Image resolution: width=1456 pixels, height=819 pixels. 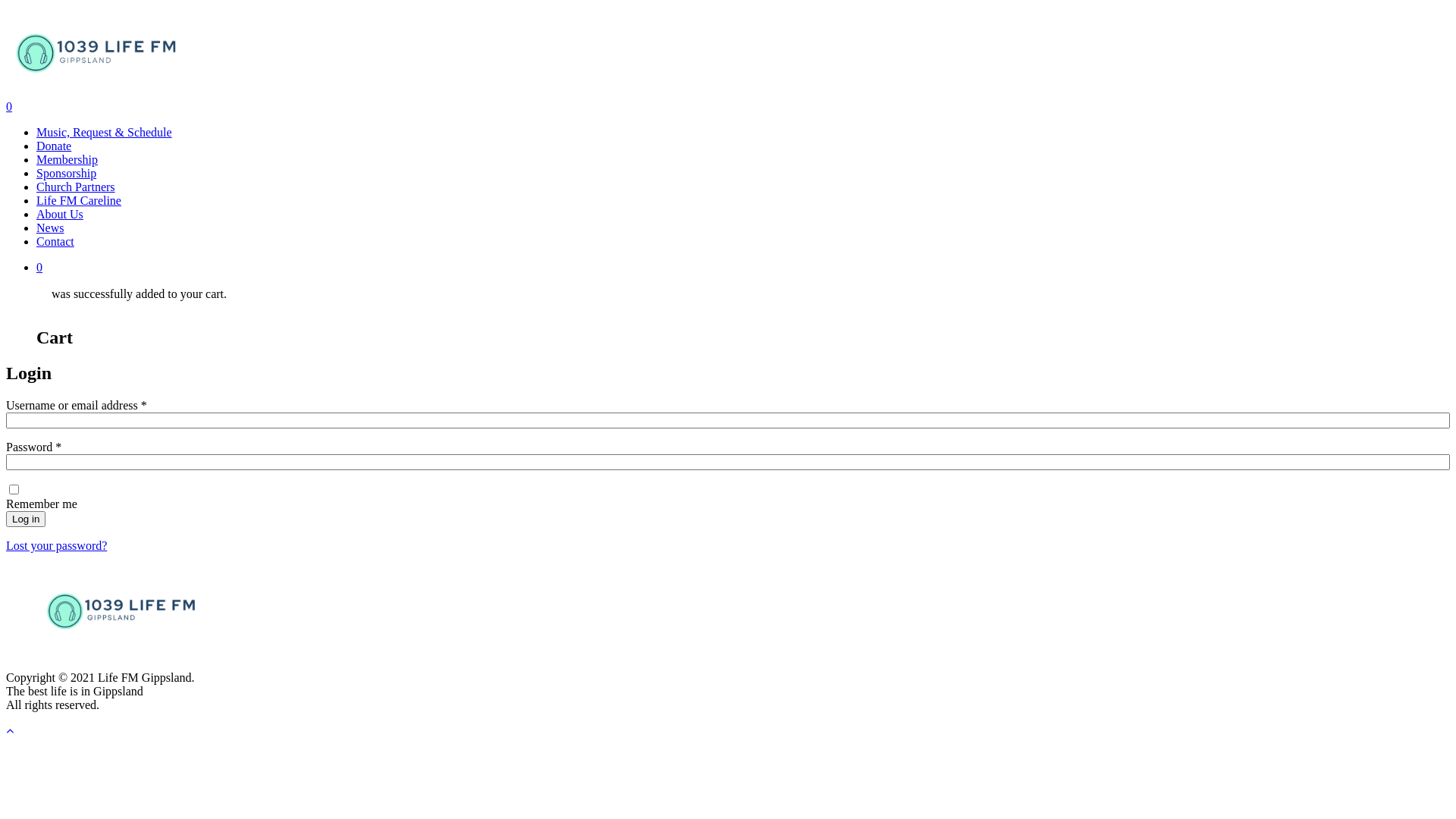 What do you see at coordinates (75, 186) in the screenshot?
I see `'Church Partners'` at bounding box center [75, 186].